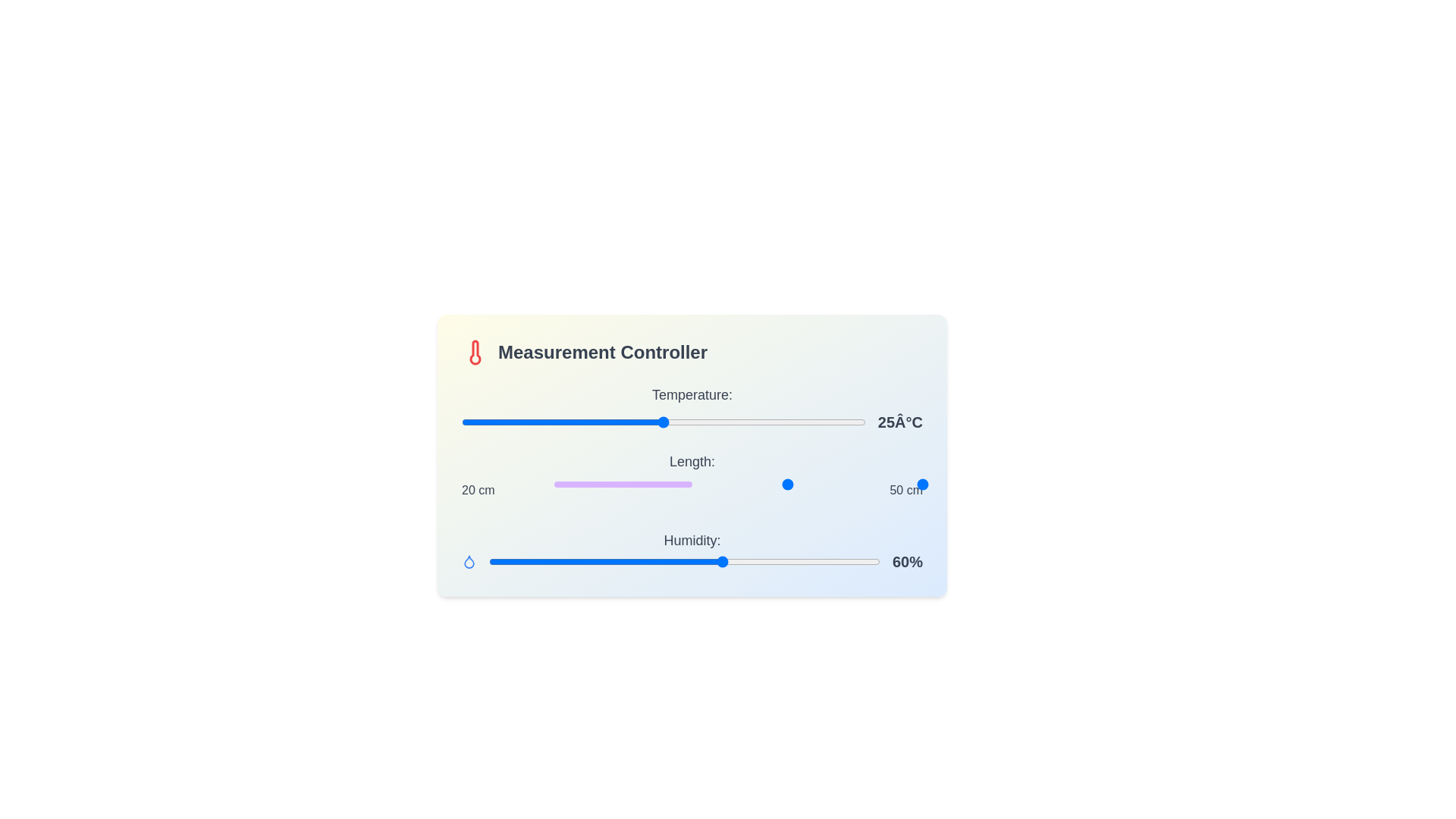  What do you see at coordinates (840, 422) in the screenshot?
I see `the slider` at bounding box center [840, 422].